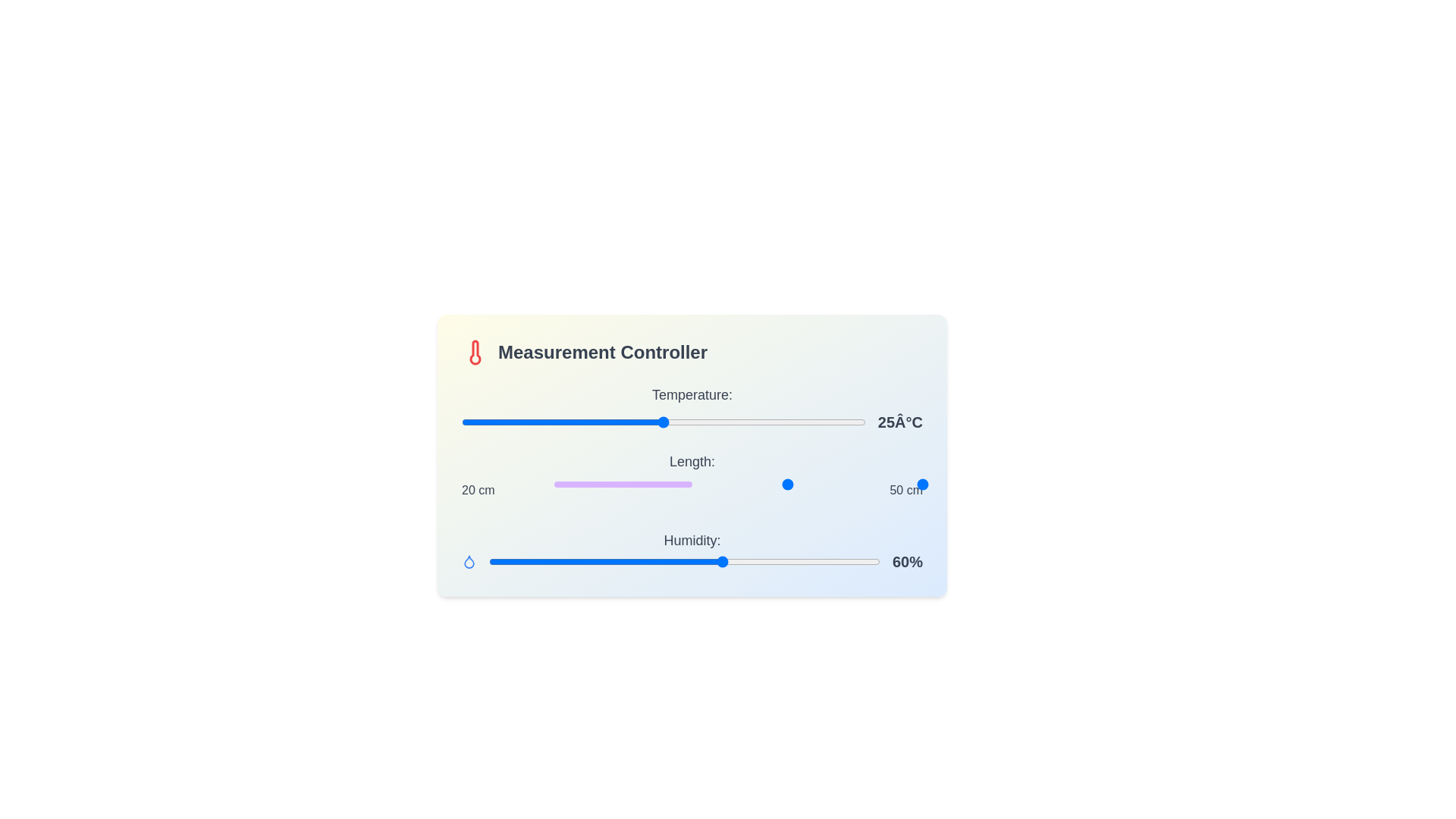  What do you see at coordinates (840, 422) in the screenshot?
I see `the slider` at bounding box center [840, 422].